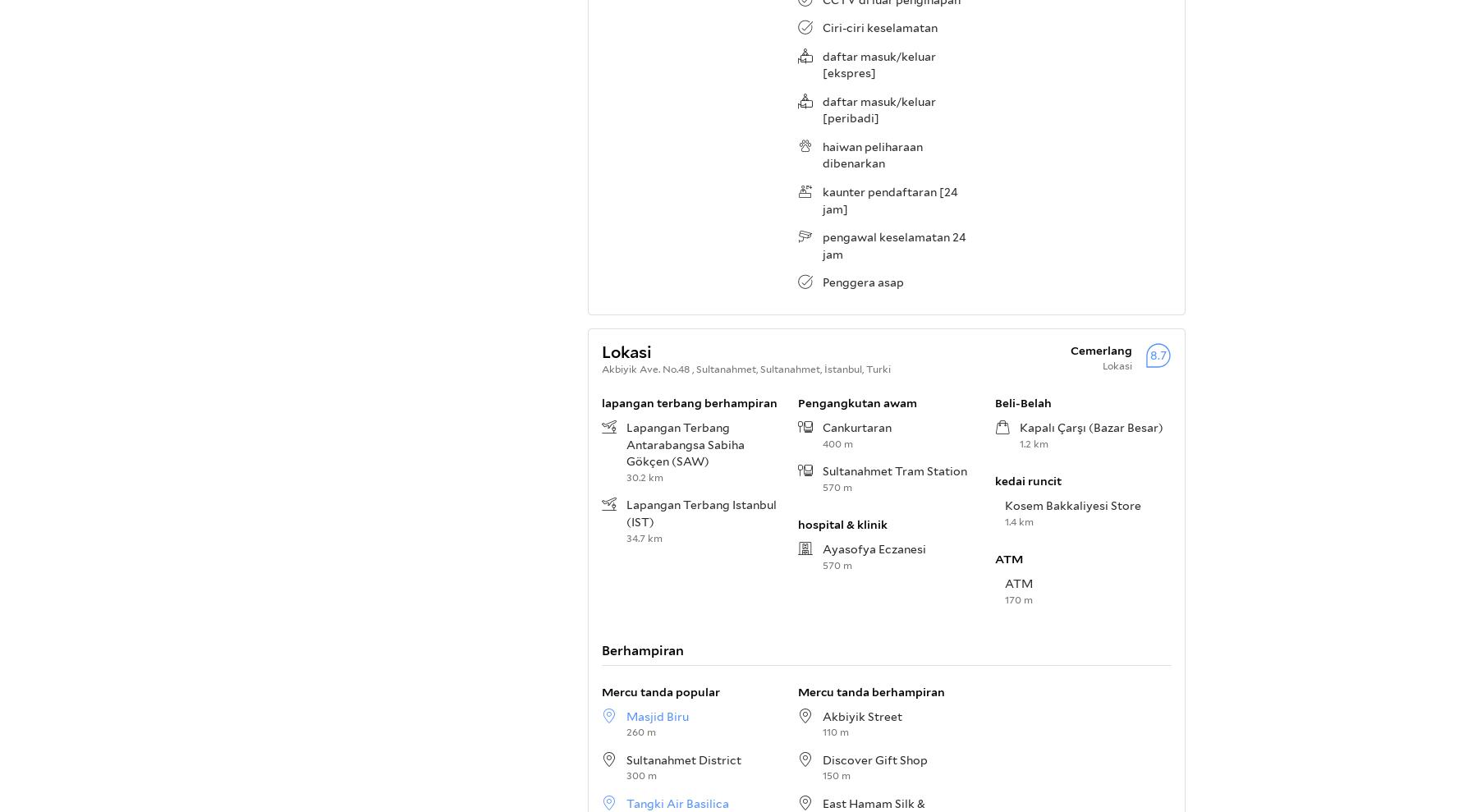 Image resolution: width=1468 pixels, height=812 pixels. I want to click on '110 m', so click(822, 731).